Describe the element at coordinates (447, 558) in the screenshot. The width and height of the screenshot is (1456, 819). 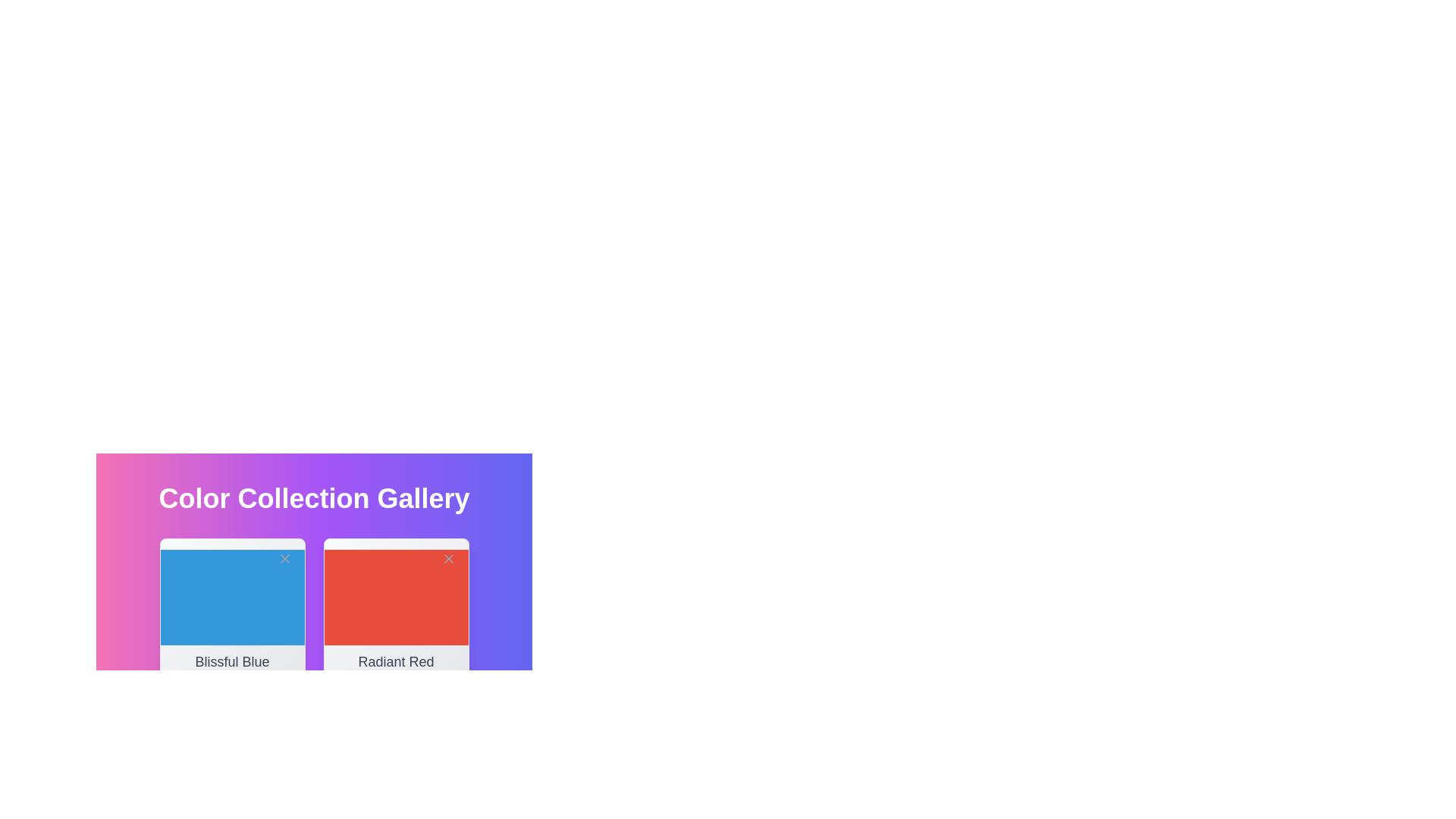
I see `the button containing the 'X' icon in the top-right corner of the 'Radiant Red' card` at that location.